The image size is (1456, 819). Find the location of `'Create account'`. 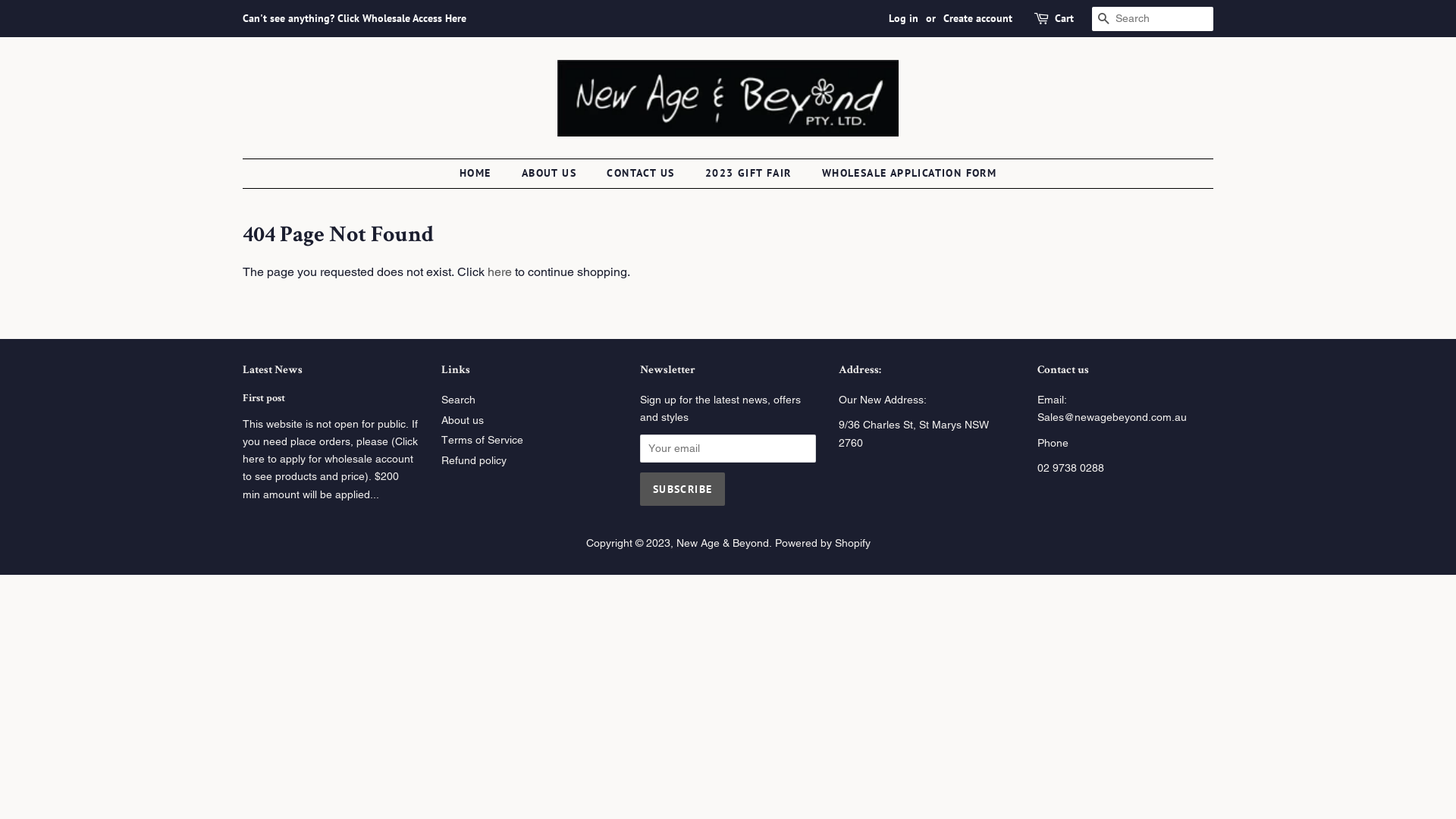

'Create account' is located at coordinates (977, 17).